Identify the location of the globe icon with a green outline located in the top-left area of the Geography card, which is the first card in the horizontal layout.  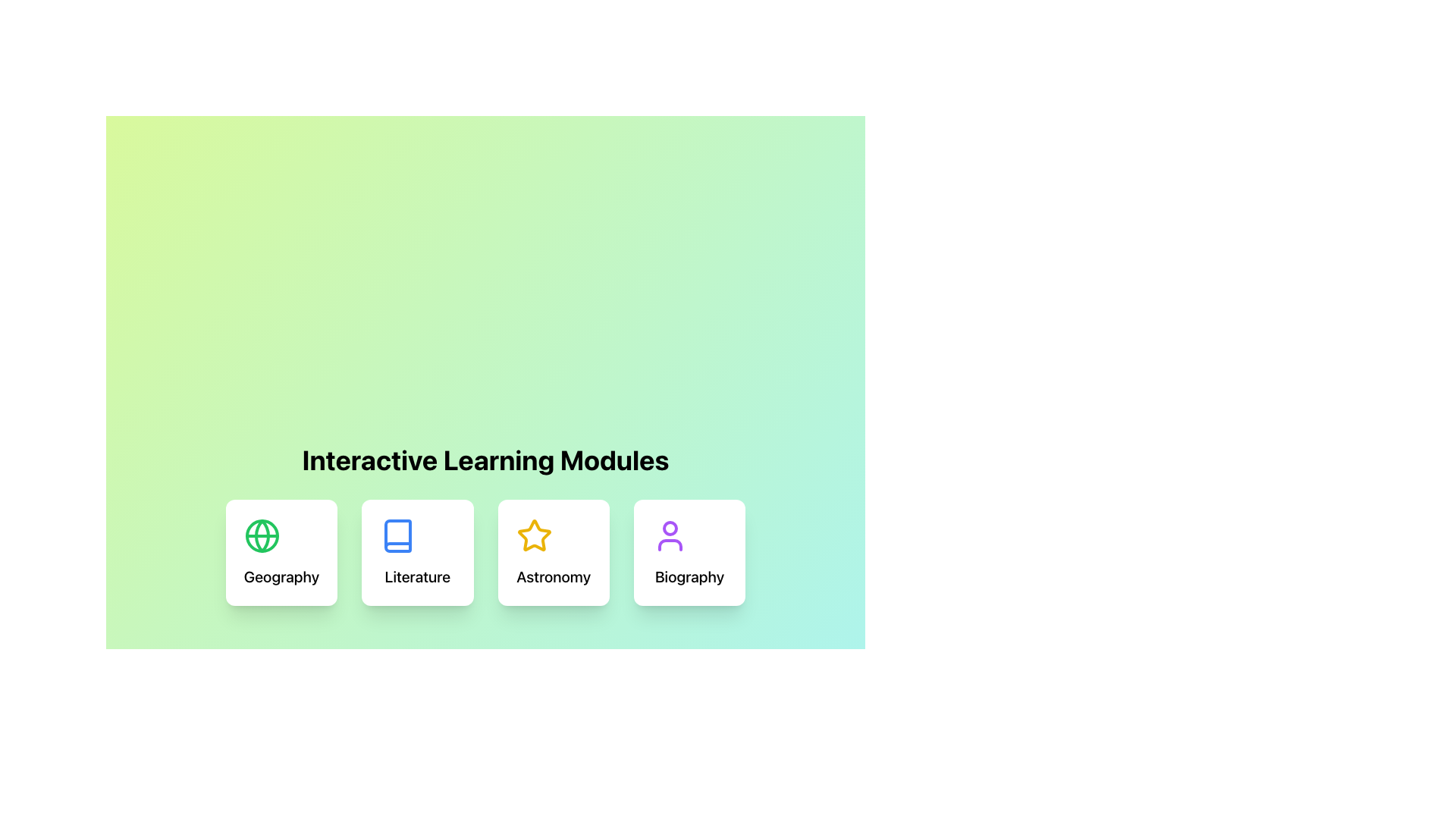
(262, 535).